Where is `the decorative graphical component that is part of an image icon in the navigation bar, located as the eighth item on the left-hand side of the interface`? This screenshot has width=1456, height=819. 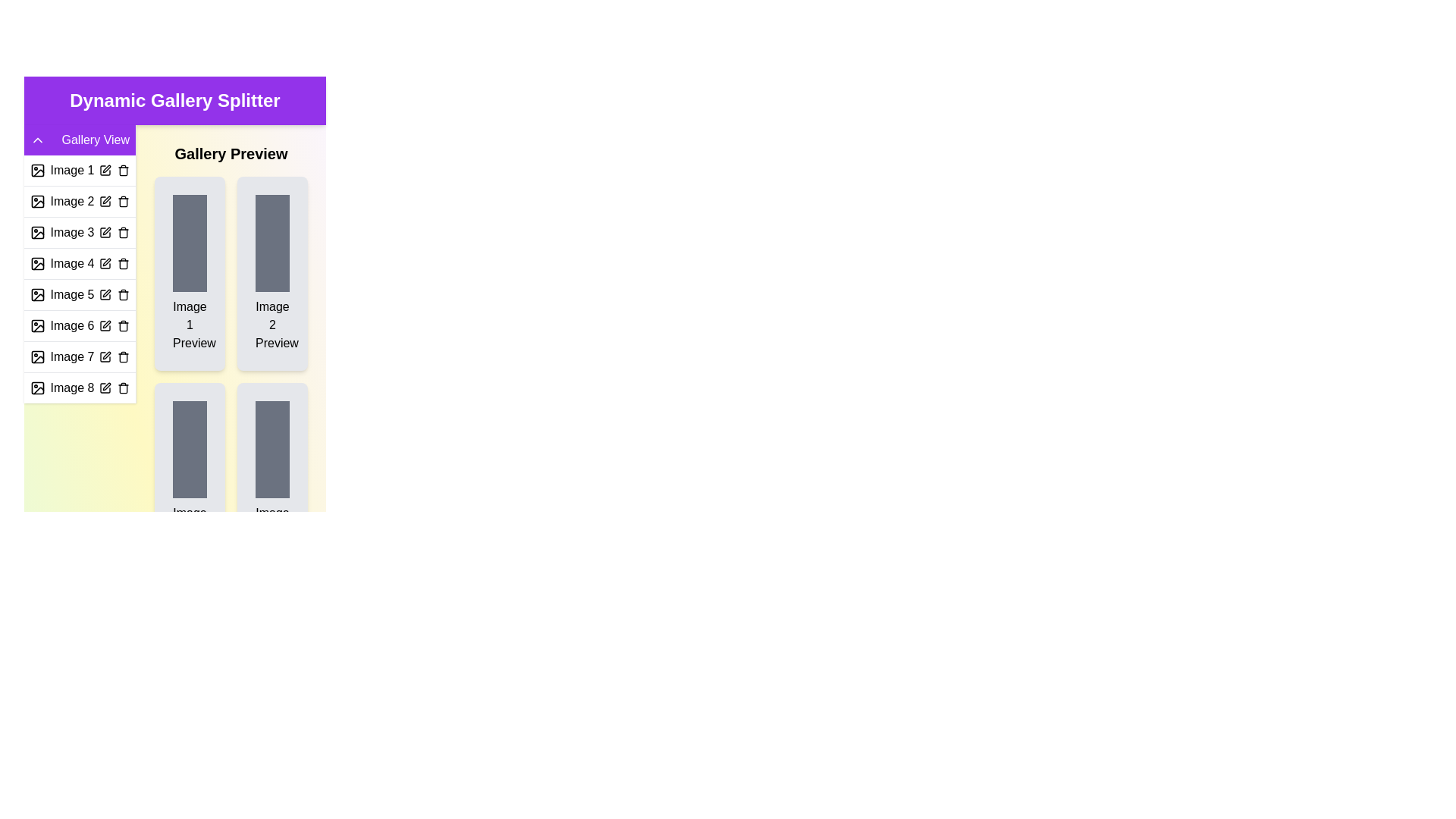
the decorative graphical component that is part of an image icon in the navigation bar, located as the eighth item on the left-hand side of the interface is located at coordinates (37, 388).